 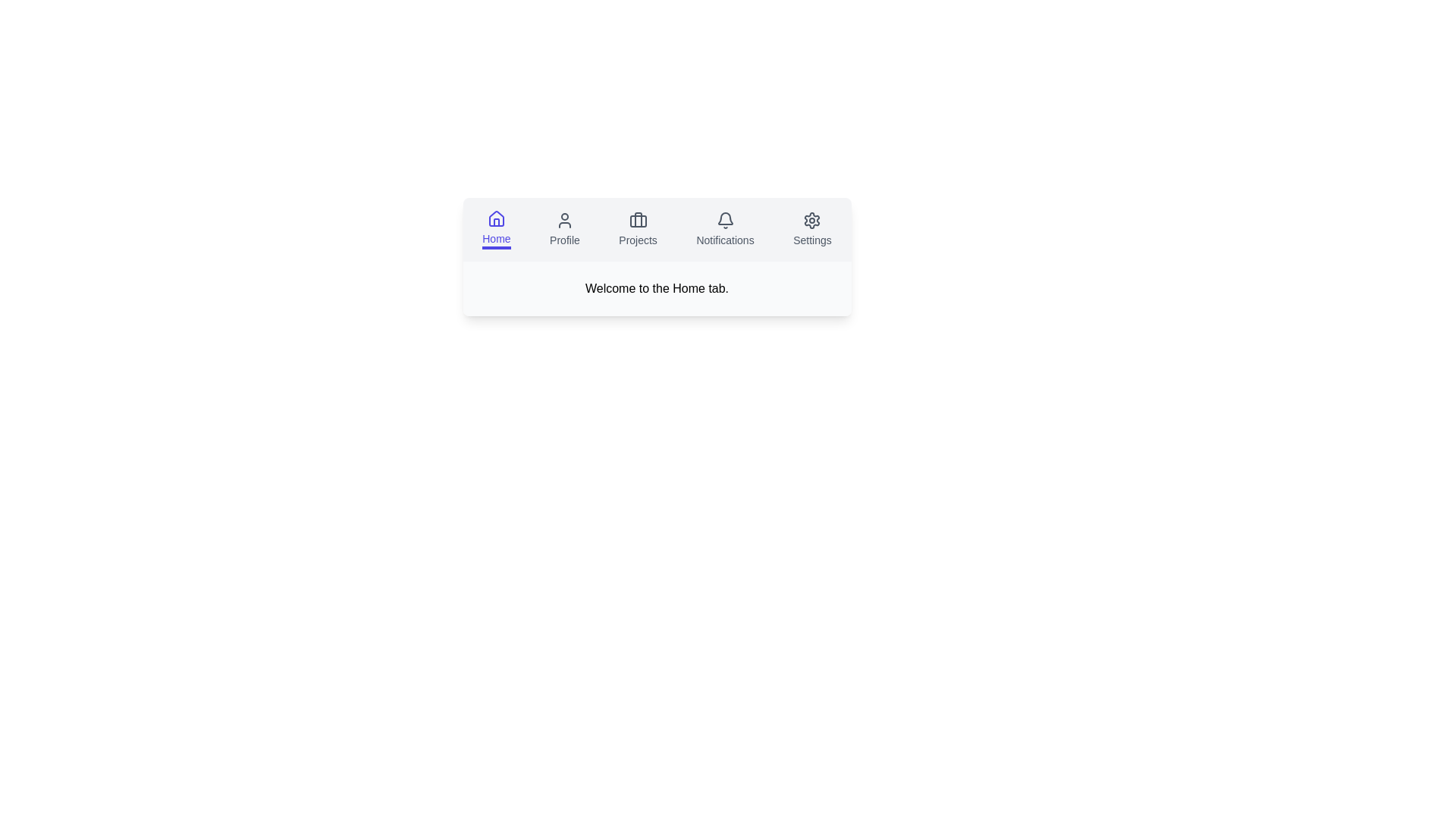 I want to click on the Navigation button located in the horizontal navigation bar, so click(x=563, y=230).